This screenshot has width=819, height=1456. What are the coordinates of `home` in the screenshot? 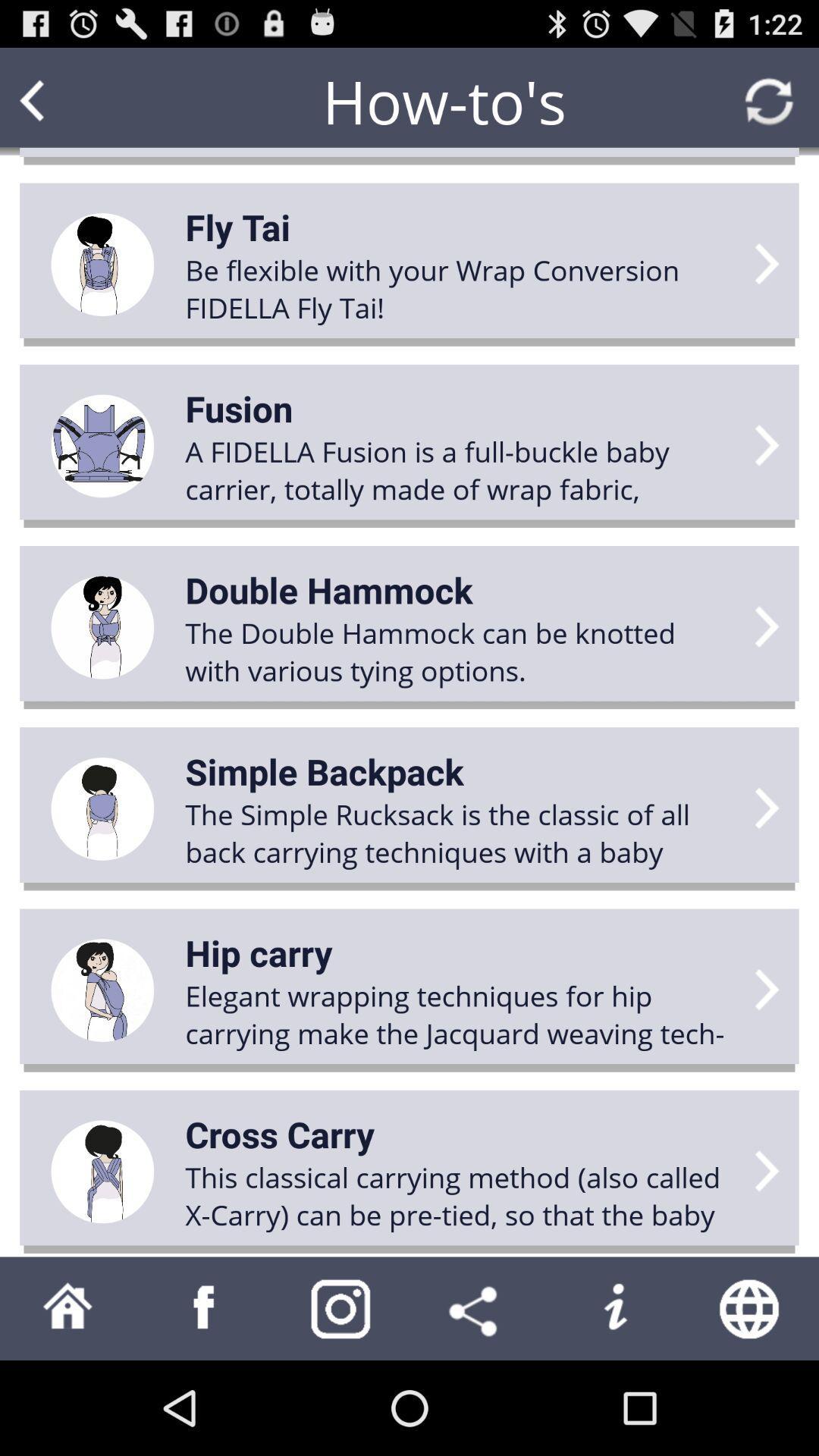 It's located at (67, 1307).